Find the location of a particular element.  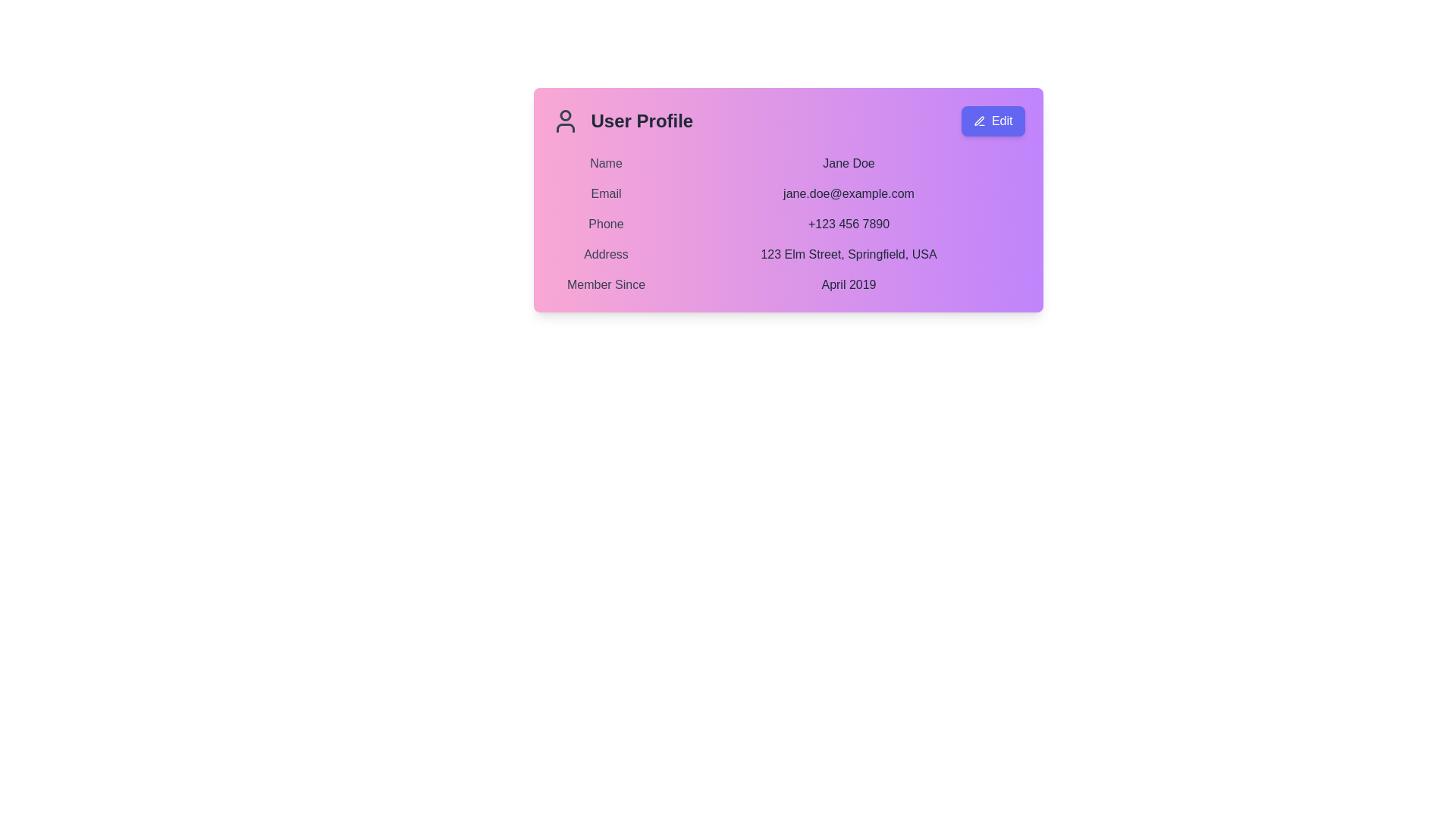

the edit icon located within the 'Edit' button at the top-right corner of the user profile card is located at coordinates (979, 120).